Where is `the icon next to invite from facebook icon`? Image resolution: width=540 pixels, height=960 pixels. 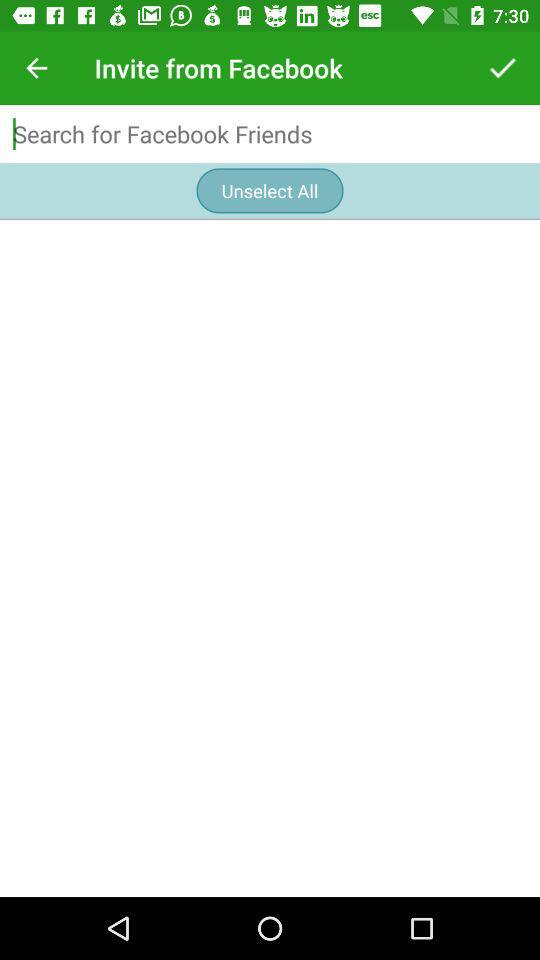
the icon next to invite from facebook icon is located at coordinates (502, 68).